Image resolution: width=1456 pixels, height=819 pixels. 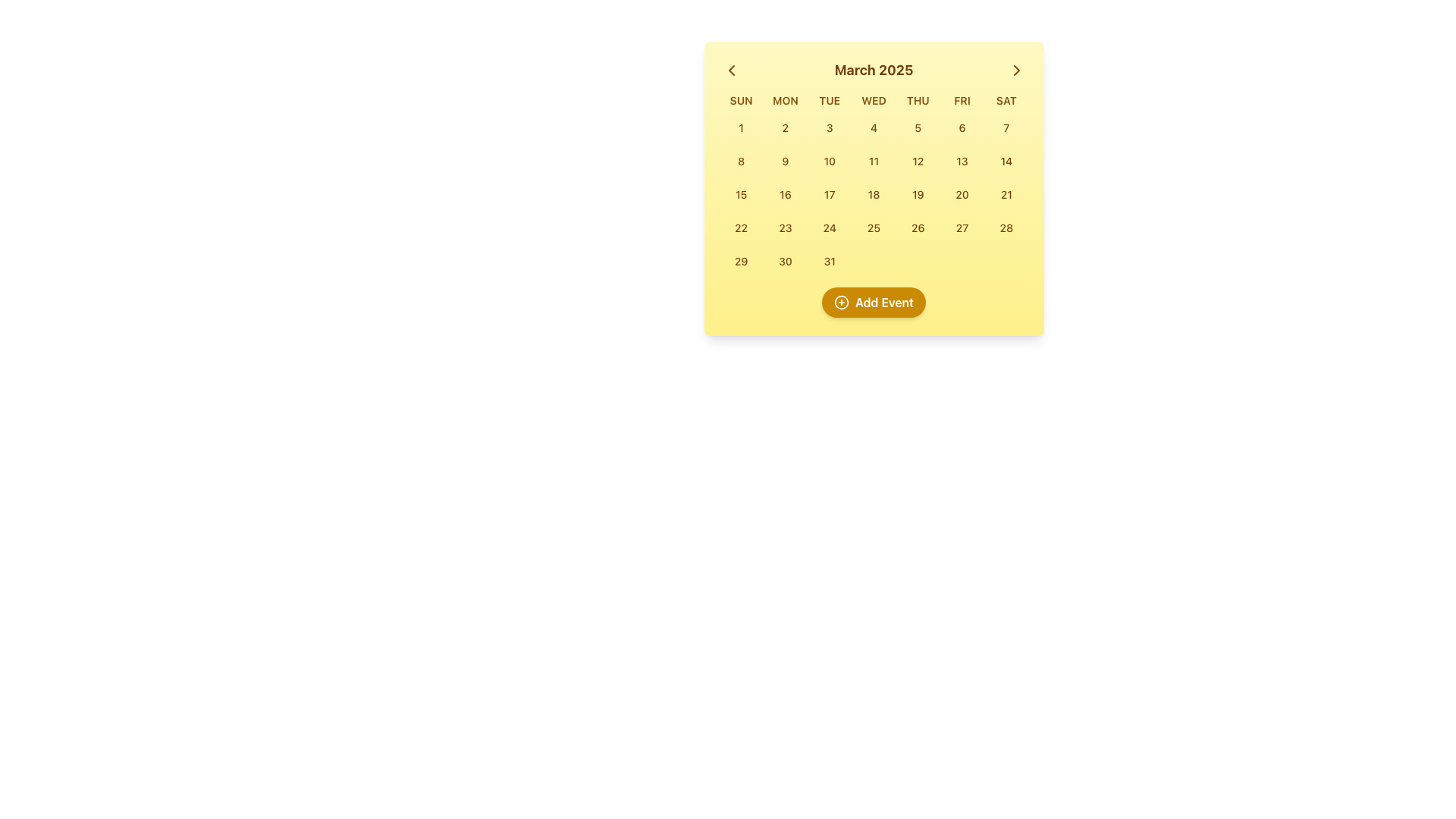 I want to click on the numeric text element displaying '24' in brown color on a light yellow background within the calendar grid, so click(x=829, y=227).